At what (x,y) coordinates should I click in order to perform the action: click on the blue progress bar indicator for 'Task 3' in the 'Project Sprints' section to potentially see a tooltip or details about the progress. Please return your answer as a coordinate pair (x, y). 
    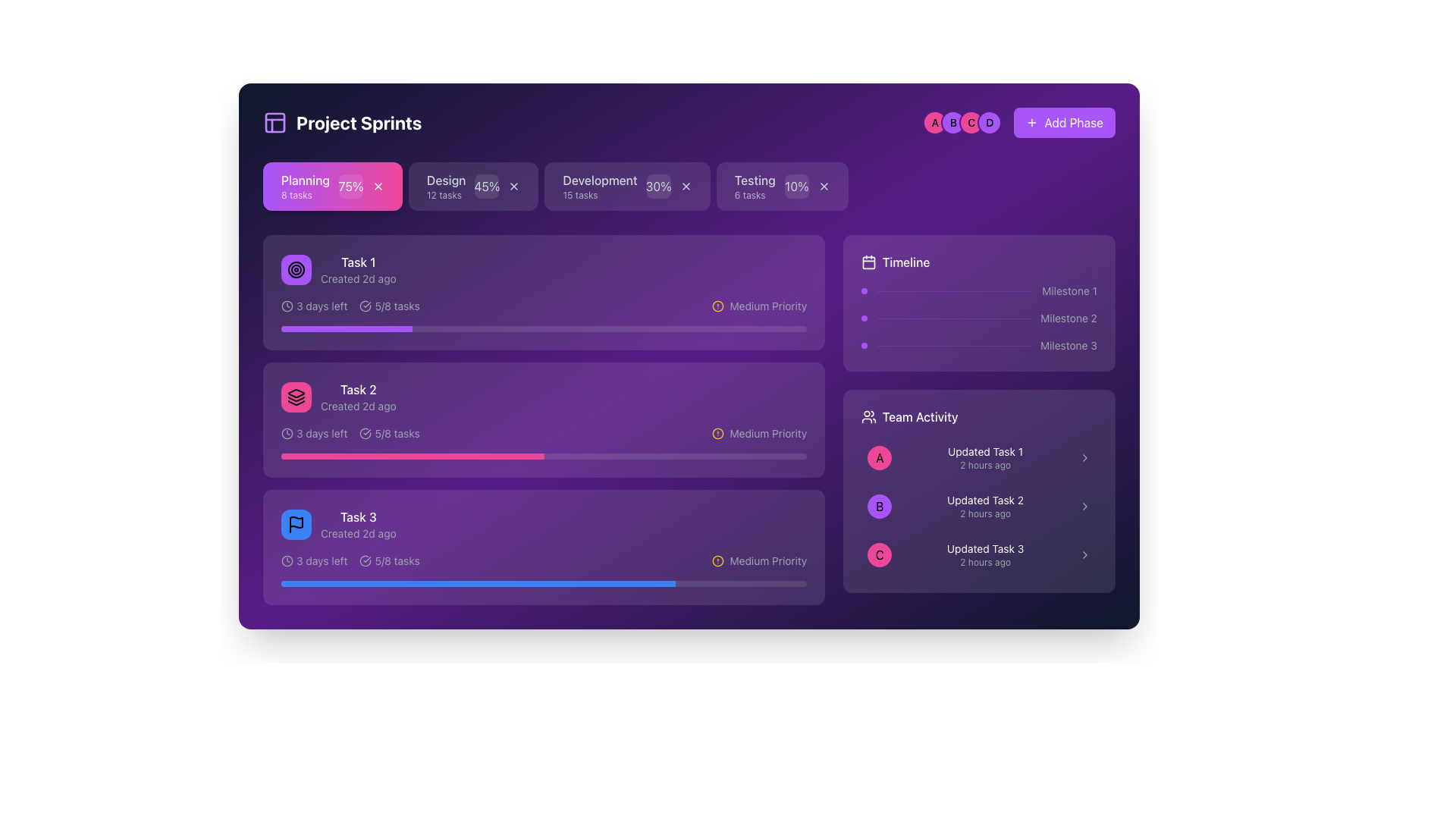
    Looking at the image, I should click on (477, 583).